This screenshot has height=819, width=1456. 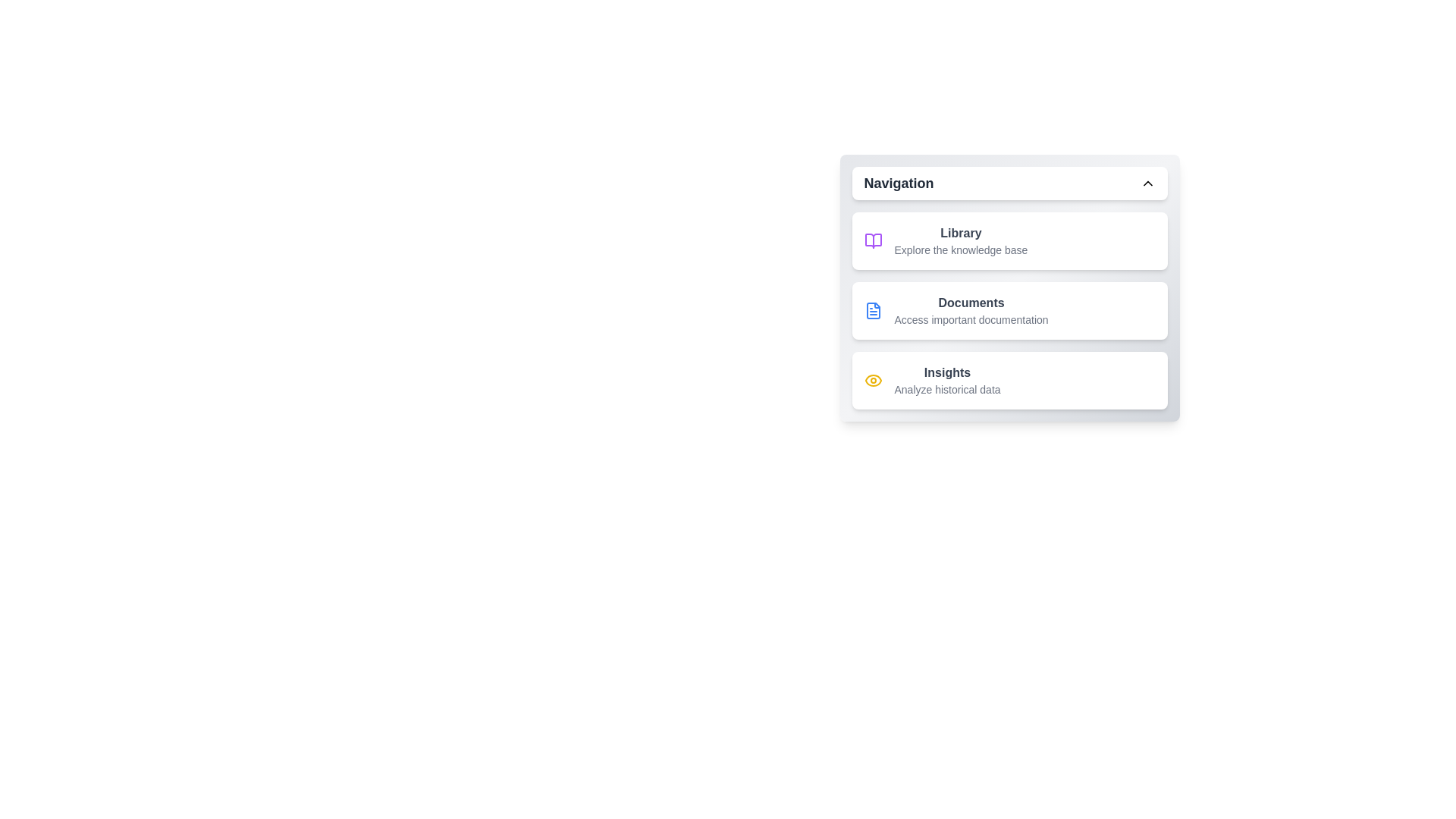 I want to click on the text of the menu item Documents, so click(x=910, y=303).